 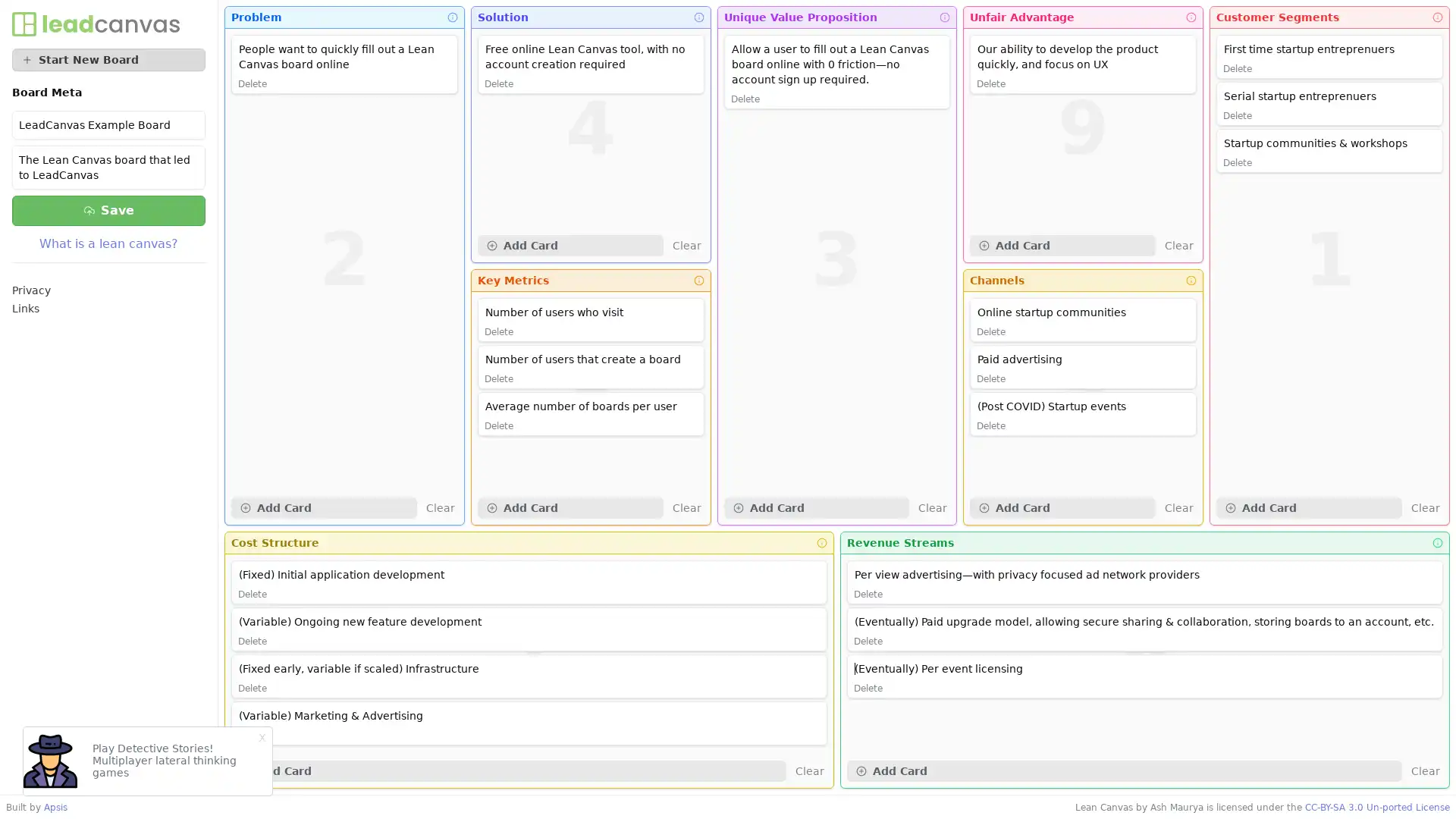 What do you see at coordinates (686, 508) in the screenshot?
I see `Clear` at bounding box center [686, 508].